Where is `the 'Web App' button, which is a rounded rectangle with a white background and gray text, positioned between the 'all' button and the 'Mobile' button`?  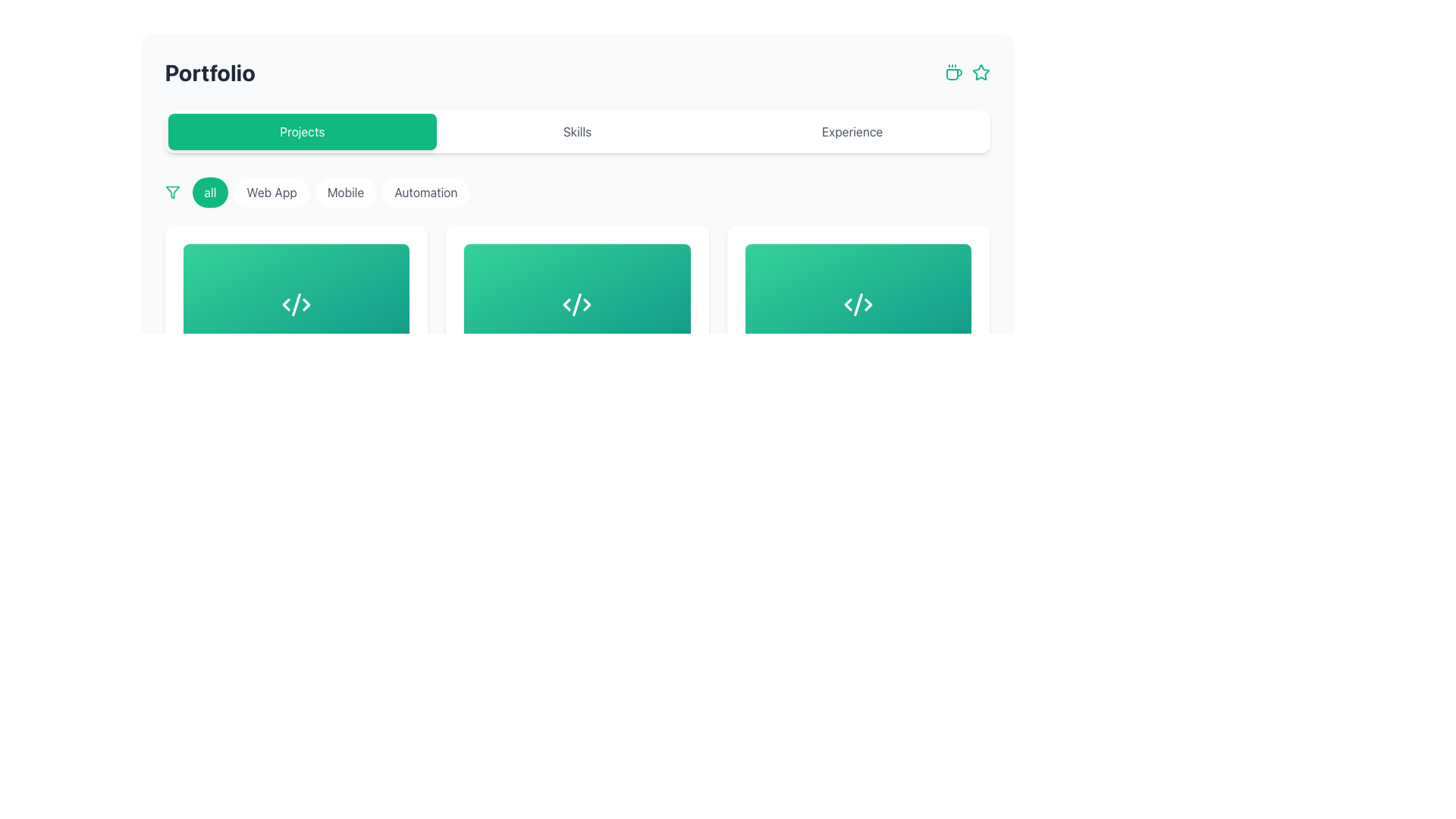 the 'Web App' button, which is a rounded rectangle with a white background and gray text, positioned between the 'all' button and the 'Mobile' button is located at coordinates (271, 192).